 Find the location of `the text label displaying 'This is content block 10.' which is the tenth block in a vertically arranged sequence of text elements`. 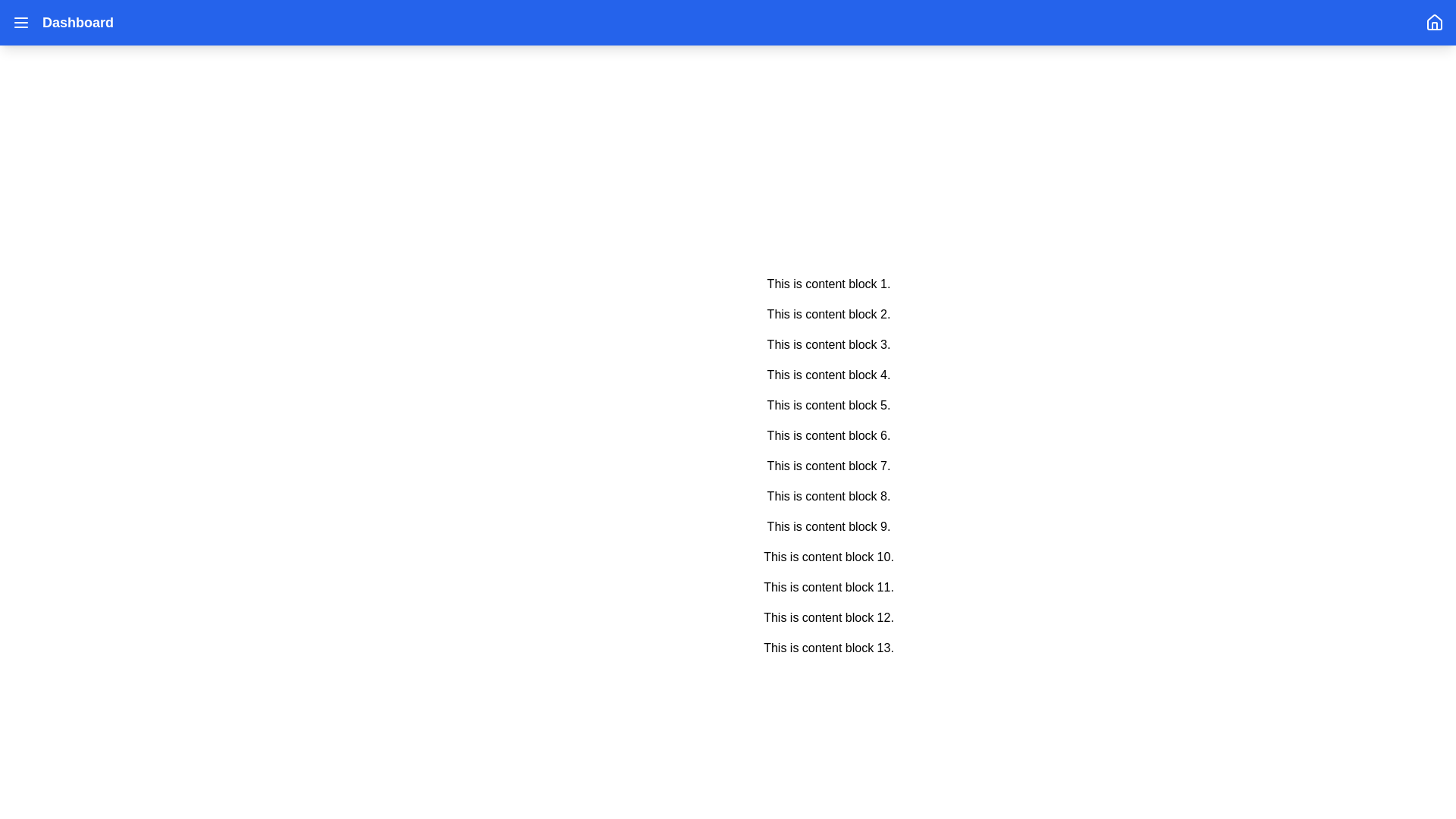

the text label displaying 'This is content block 10.' which is the tenth block in a vertically arranged sequence of text elements is located at coordinates (828, 557).